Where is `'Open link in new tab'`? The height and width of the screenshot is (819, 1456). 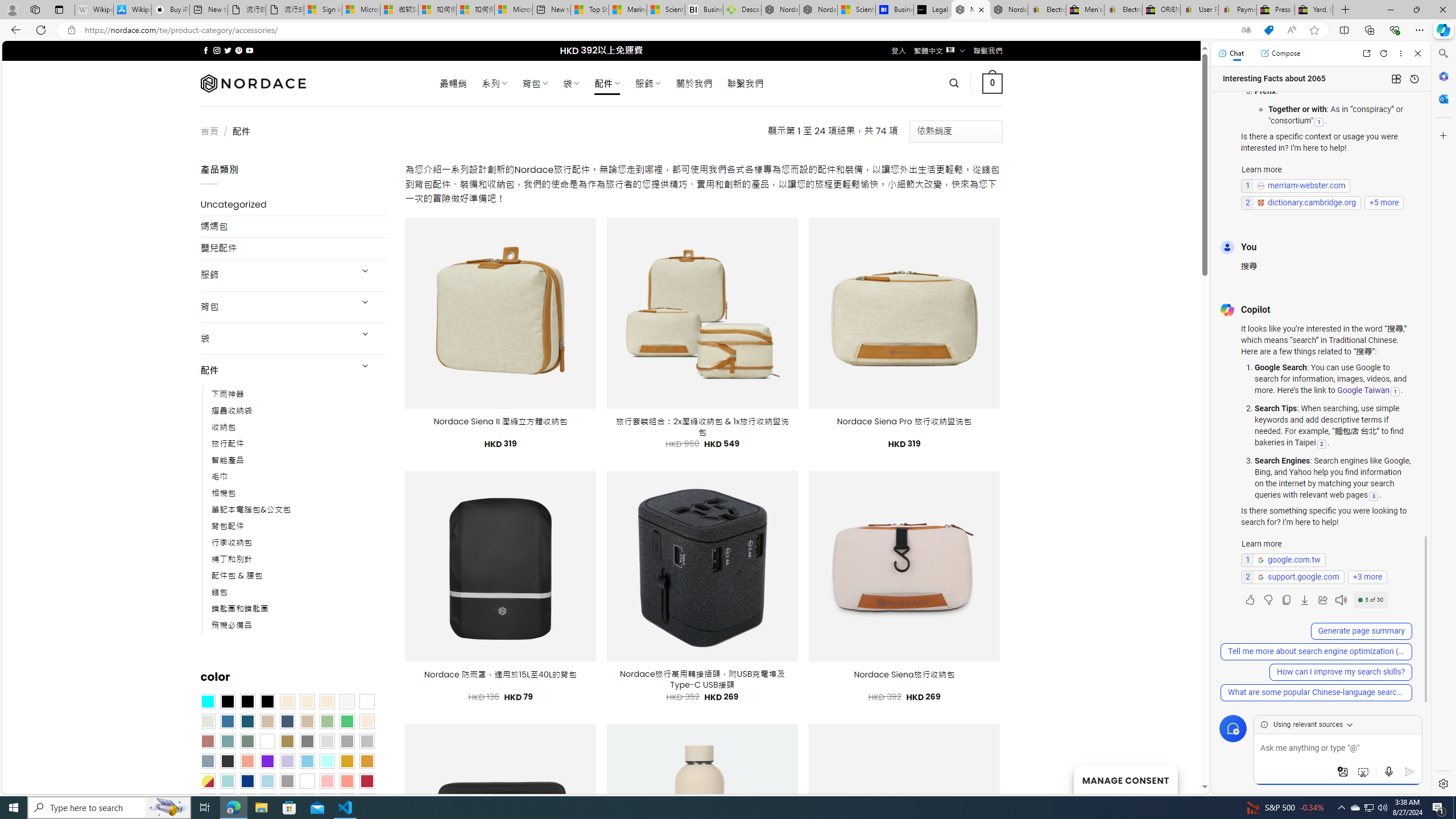
'Open link in new tab' is located at coordinates (1366, 53).